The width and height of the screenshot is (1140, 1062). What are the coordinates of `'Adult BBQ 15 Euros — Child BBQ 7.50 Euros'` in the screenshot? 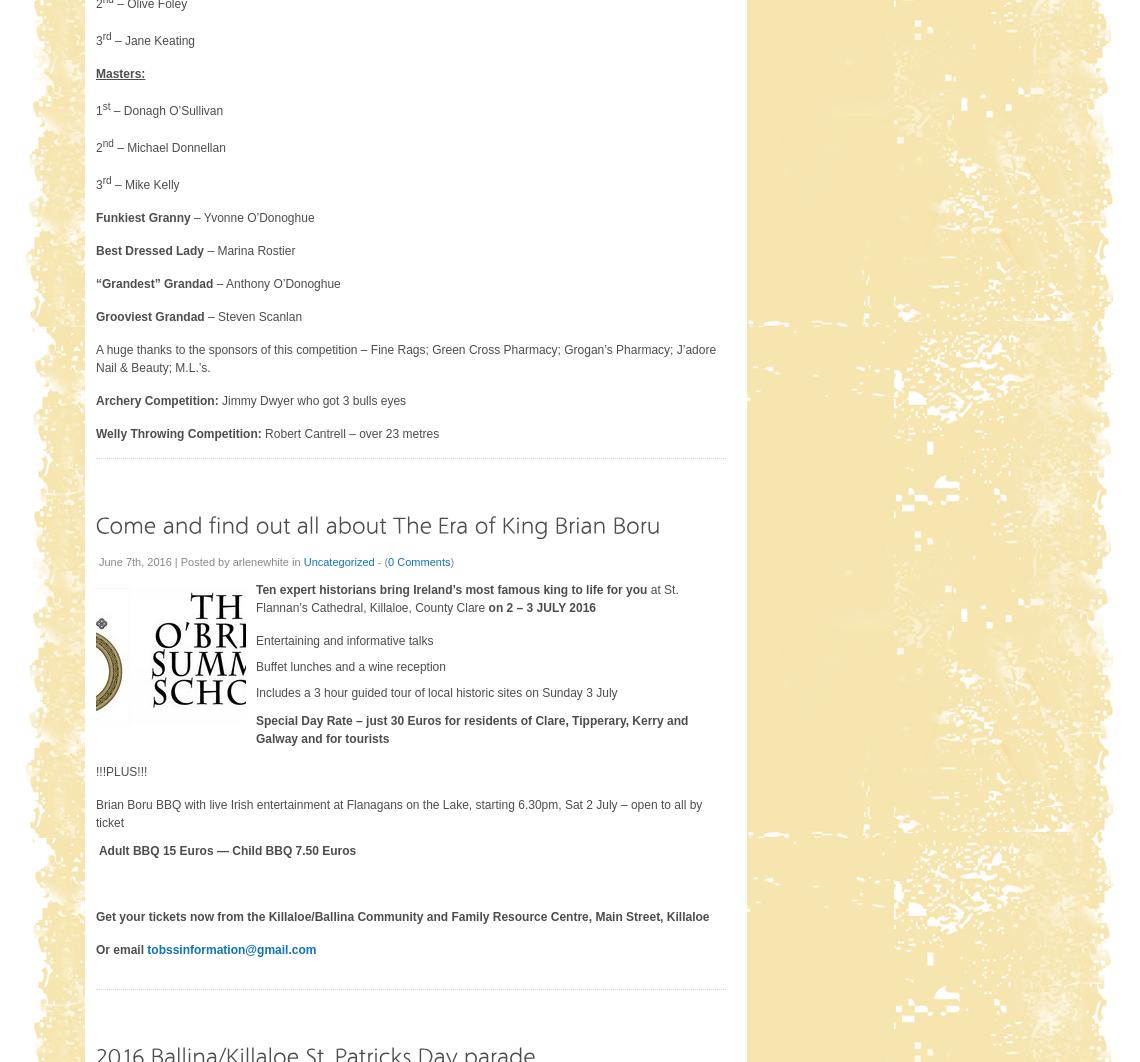 It's located at (225, 849).